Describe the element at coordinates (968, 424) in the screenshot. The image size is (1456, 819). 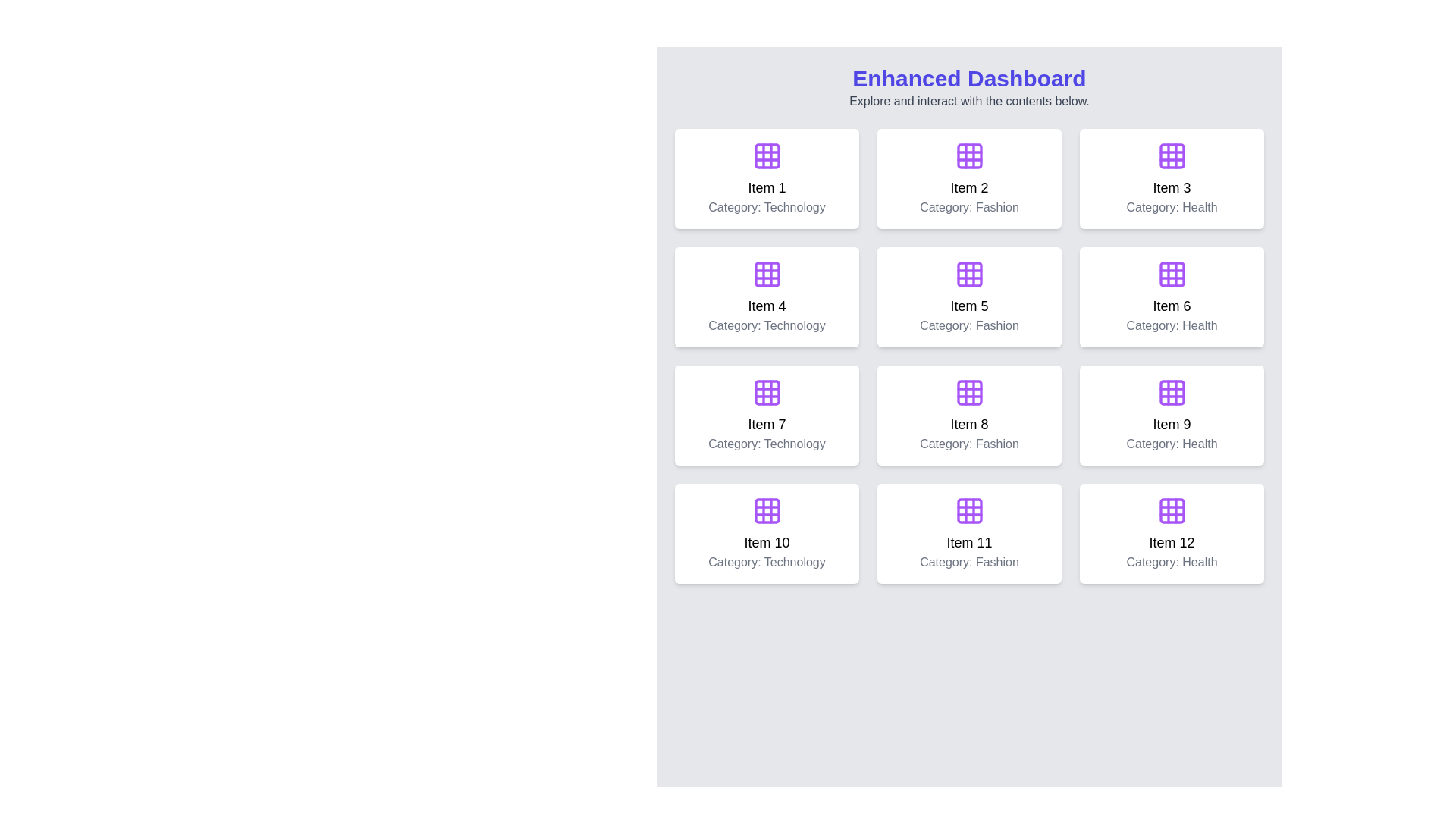
I see `the text label saying 'Item 8' located in the Fashion card, positioned between the icon above and the category label below` at that location.